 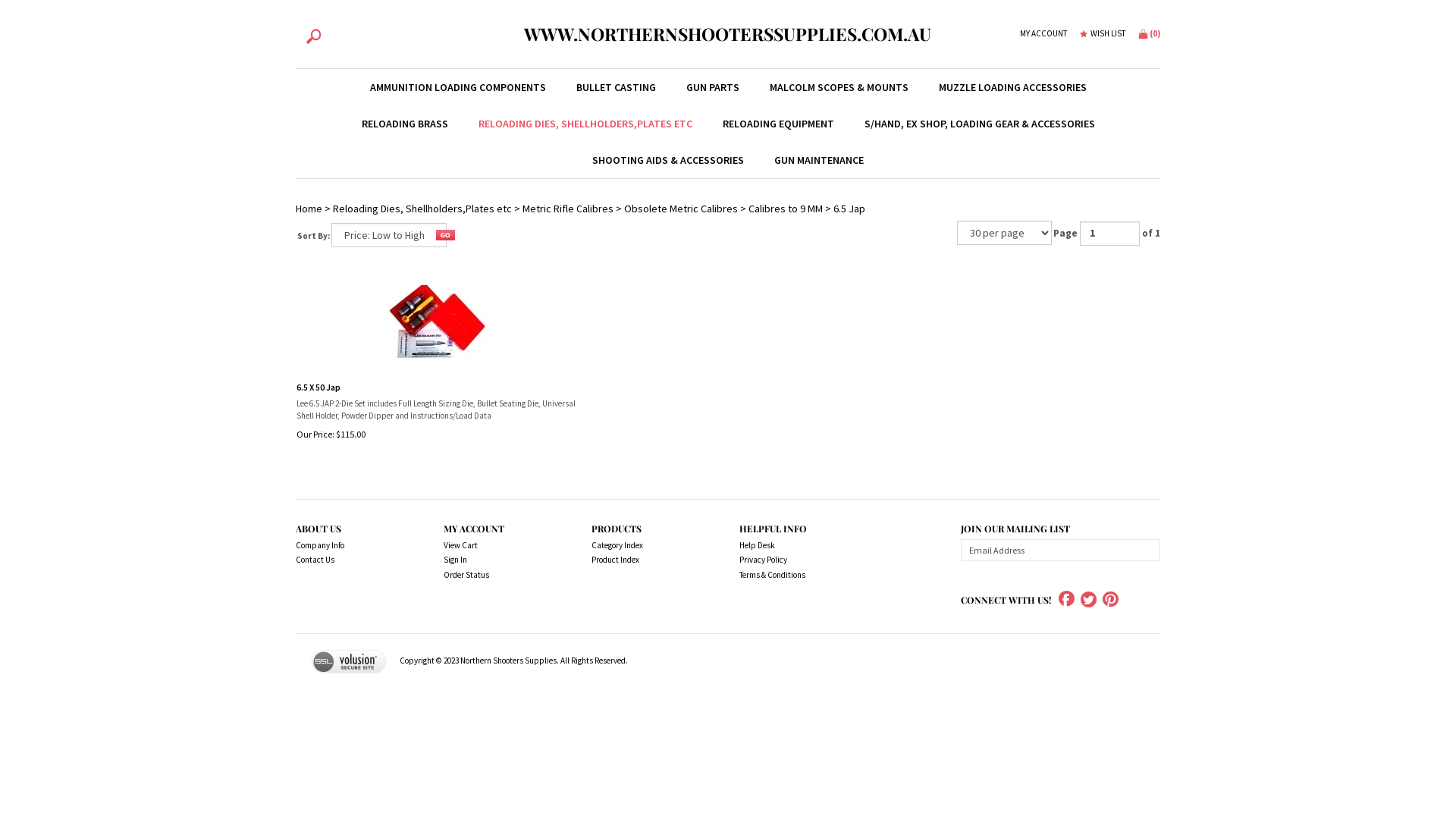 I want to click on 'WWW.NORTHERNSHOOTERSSUPPLIES.COM.AU', so click(x=726, y=34).